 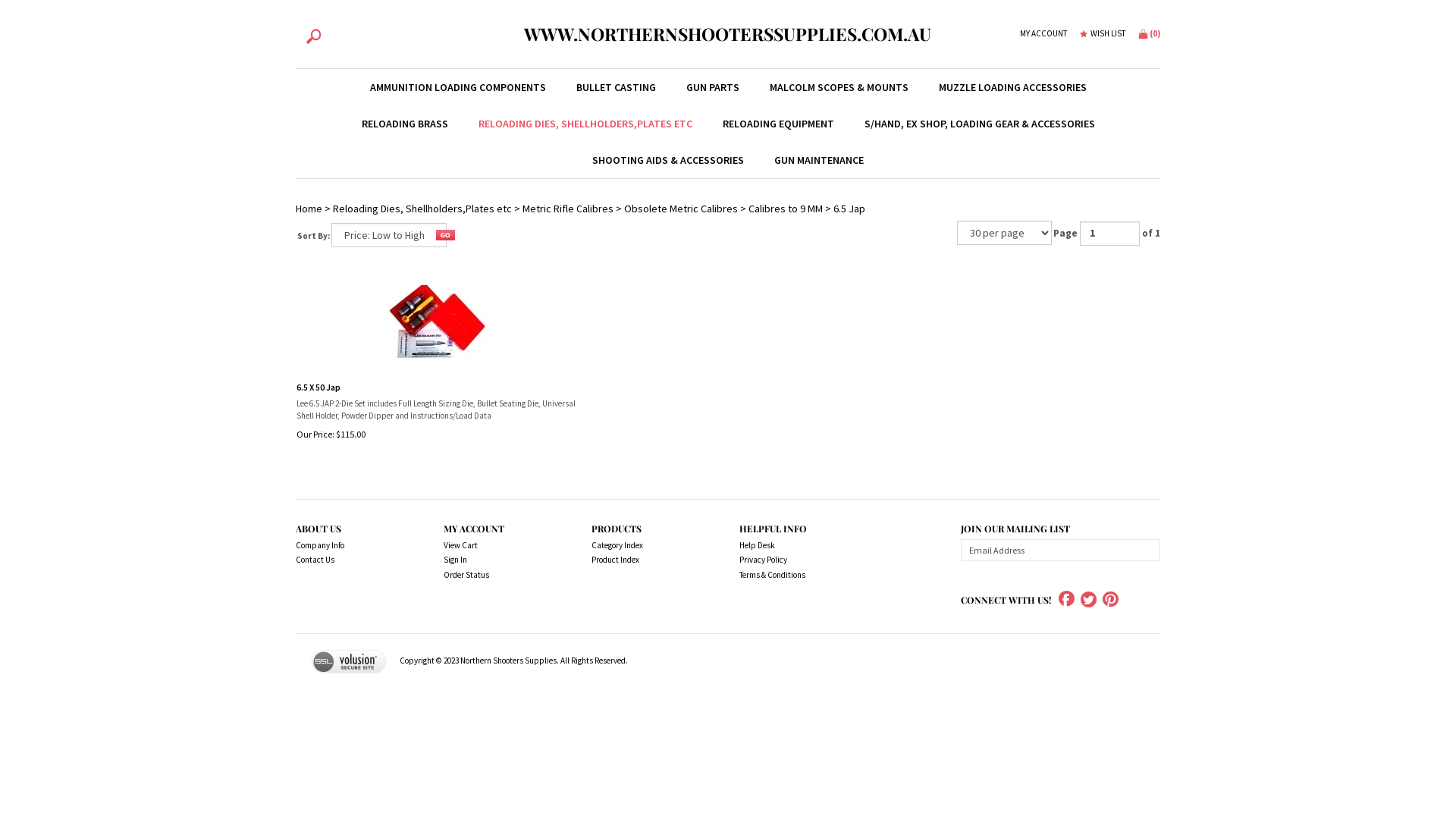 I want to click on 'WWW.NORTHERNSHOOTERSSUPPLIES.COM.AU', so click(x=726, y=34).